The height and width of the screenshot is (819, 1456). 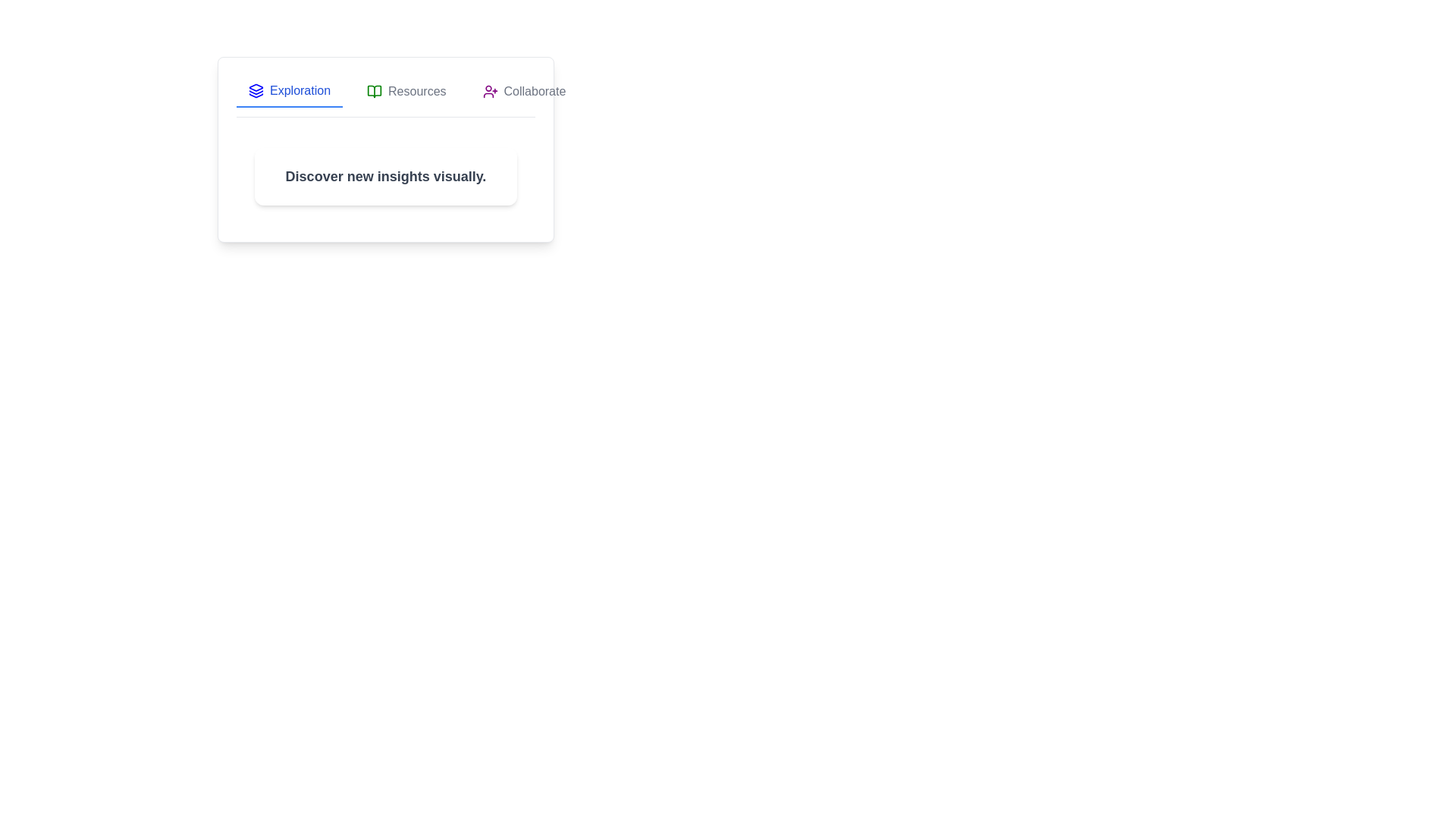 What do you see at coordinates (290, 91) in the screenshot?
I see `the Exploration tab` at bounding box center [290, 91].